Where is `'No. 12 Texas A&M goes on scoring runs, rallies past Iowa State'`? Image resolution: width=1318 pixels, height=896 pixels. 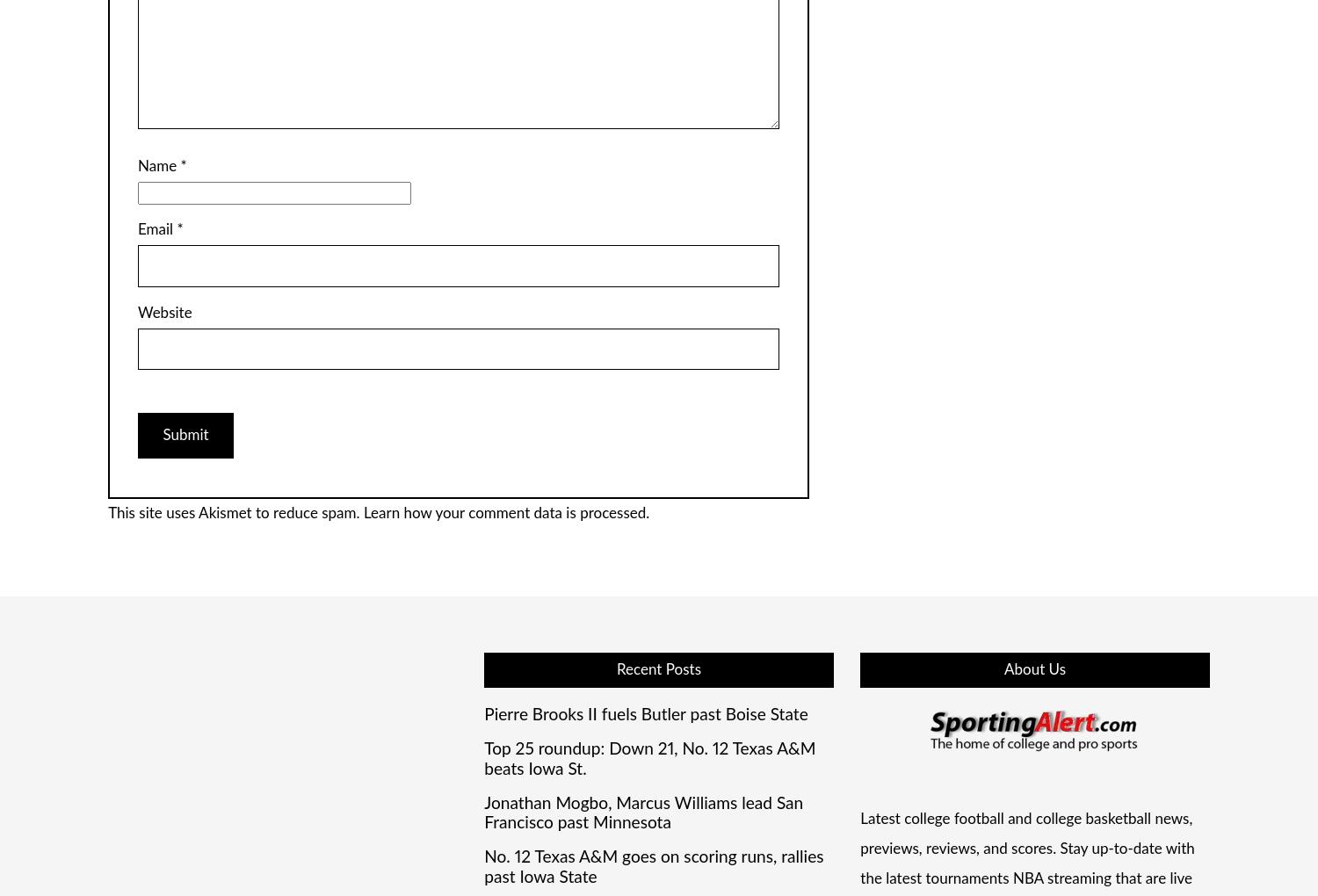
'No. 12 Texas A&M goes on scoring runs, rallies past Iowa State' is located at coordinates (653, 867).